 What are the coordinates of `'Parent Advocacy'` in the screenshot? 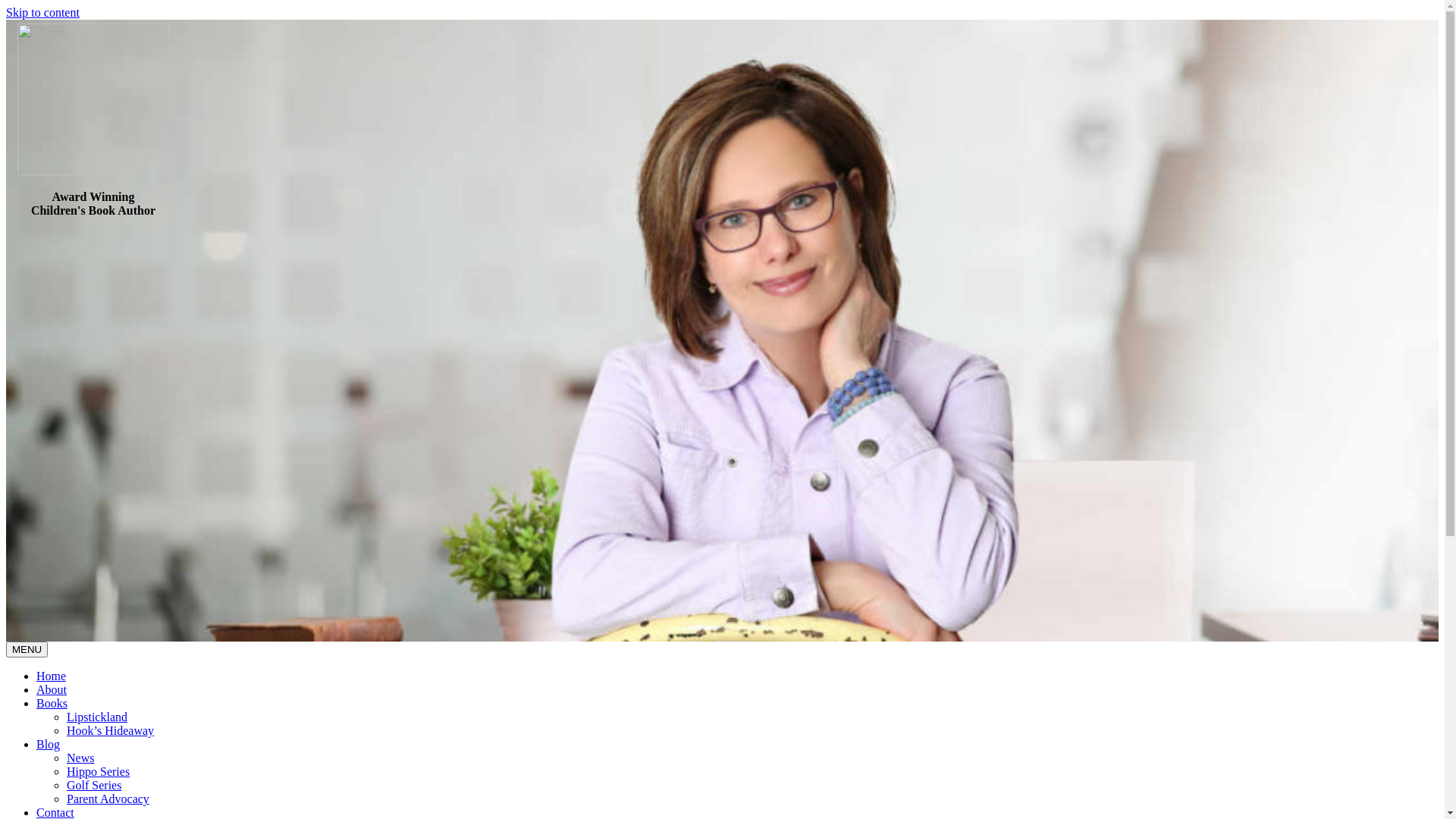 It's located at (107, 798).